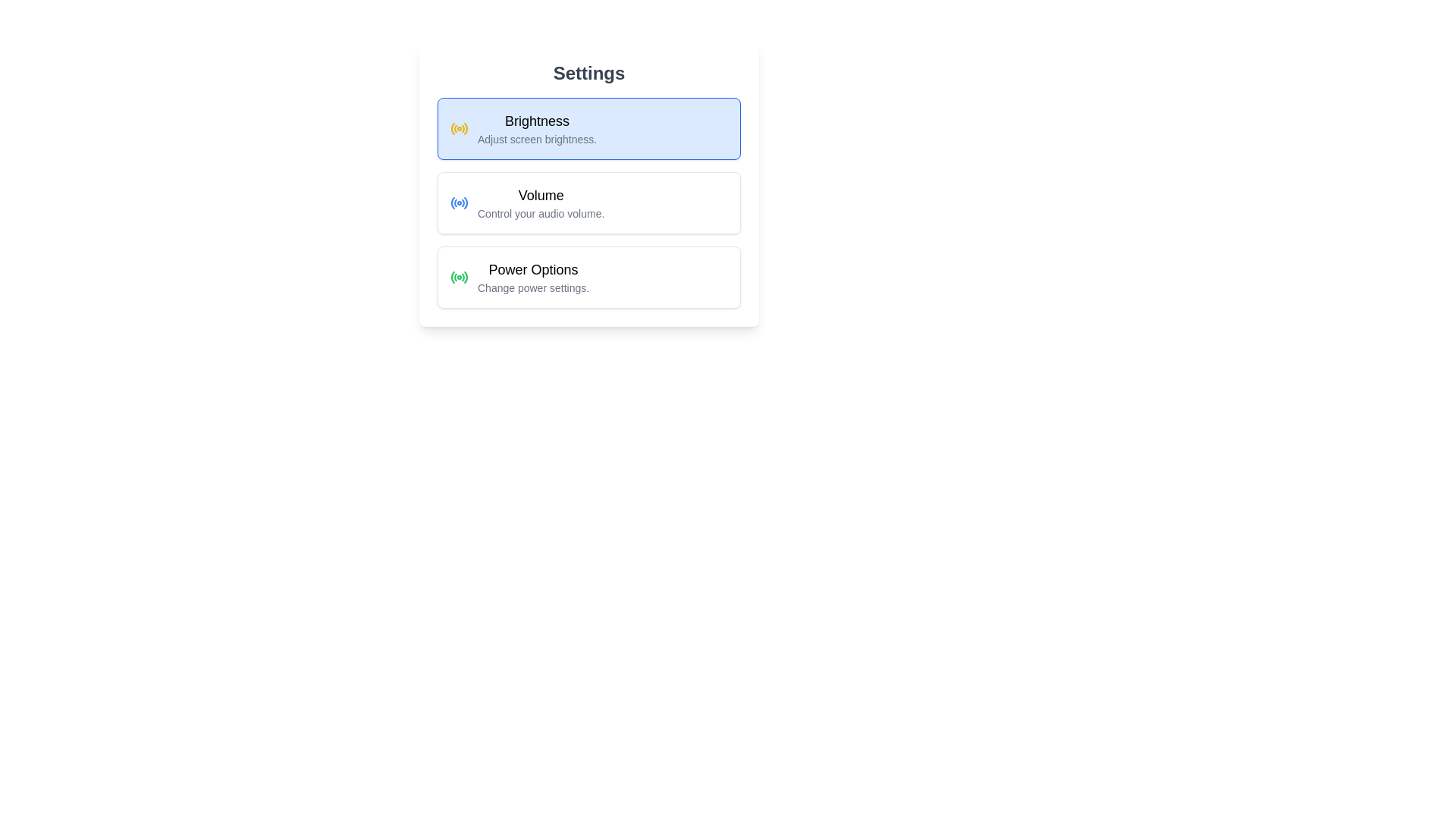  Describe the element at coordinates (541, 195) in the screenshot. I see `header or title text for the audio volume control section, which is located in the second section of a vertical list and is centered above the description text 'Control your audio volume.'` at that location.